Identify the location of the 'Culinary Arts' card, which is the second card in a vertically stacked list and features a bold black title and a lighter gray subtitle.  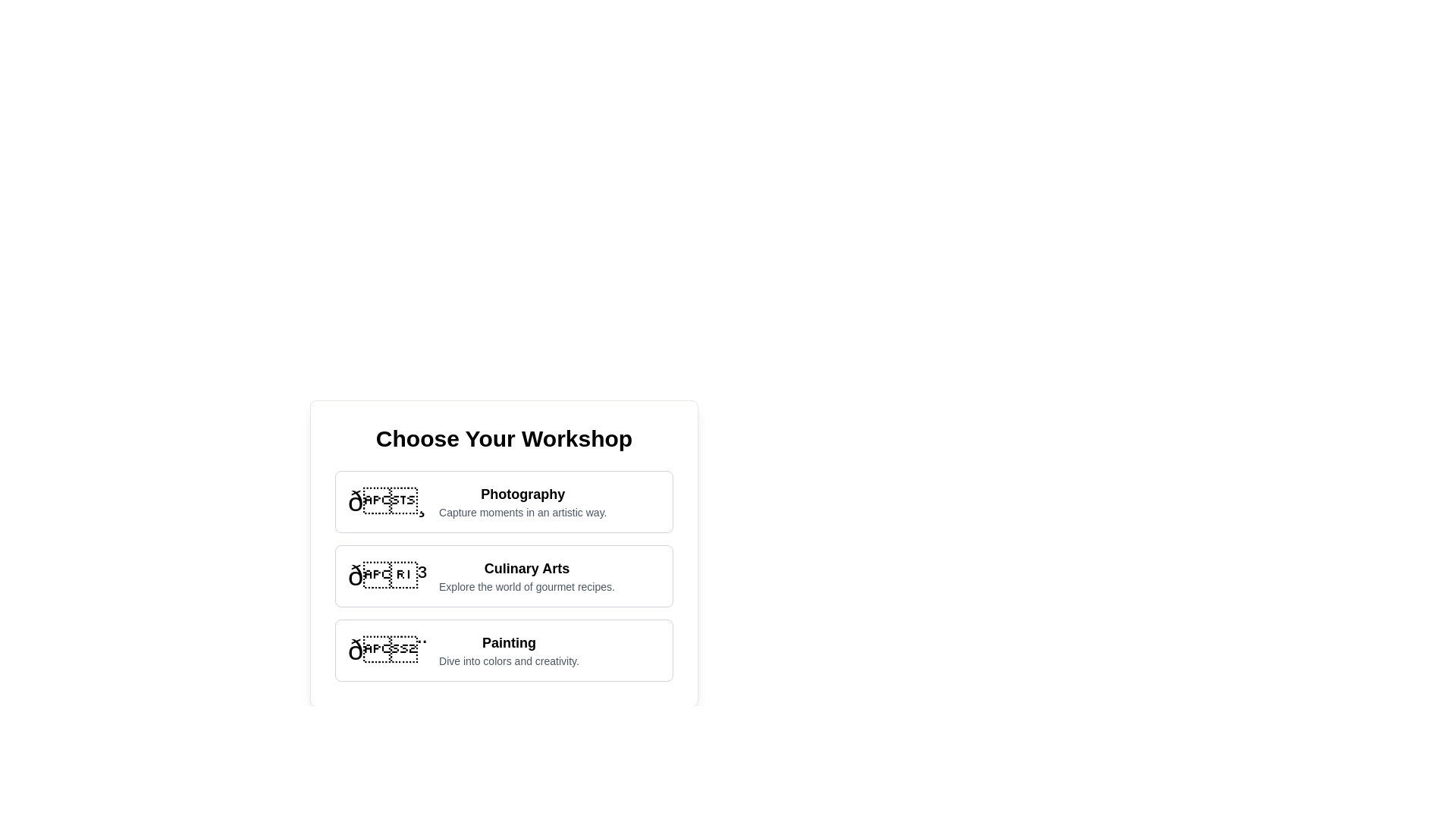
(504, 576).